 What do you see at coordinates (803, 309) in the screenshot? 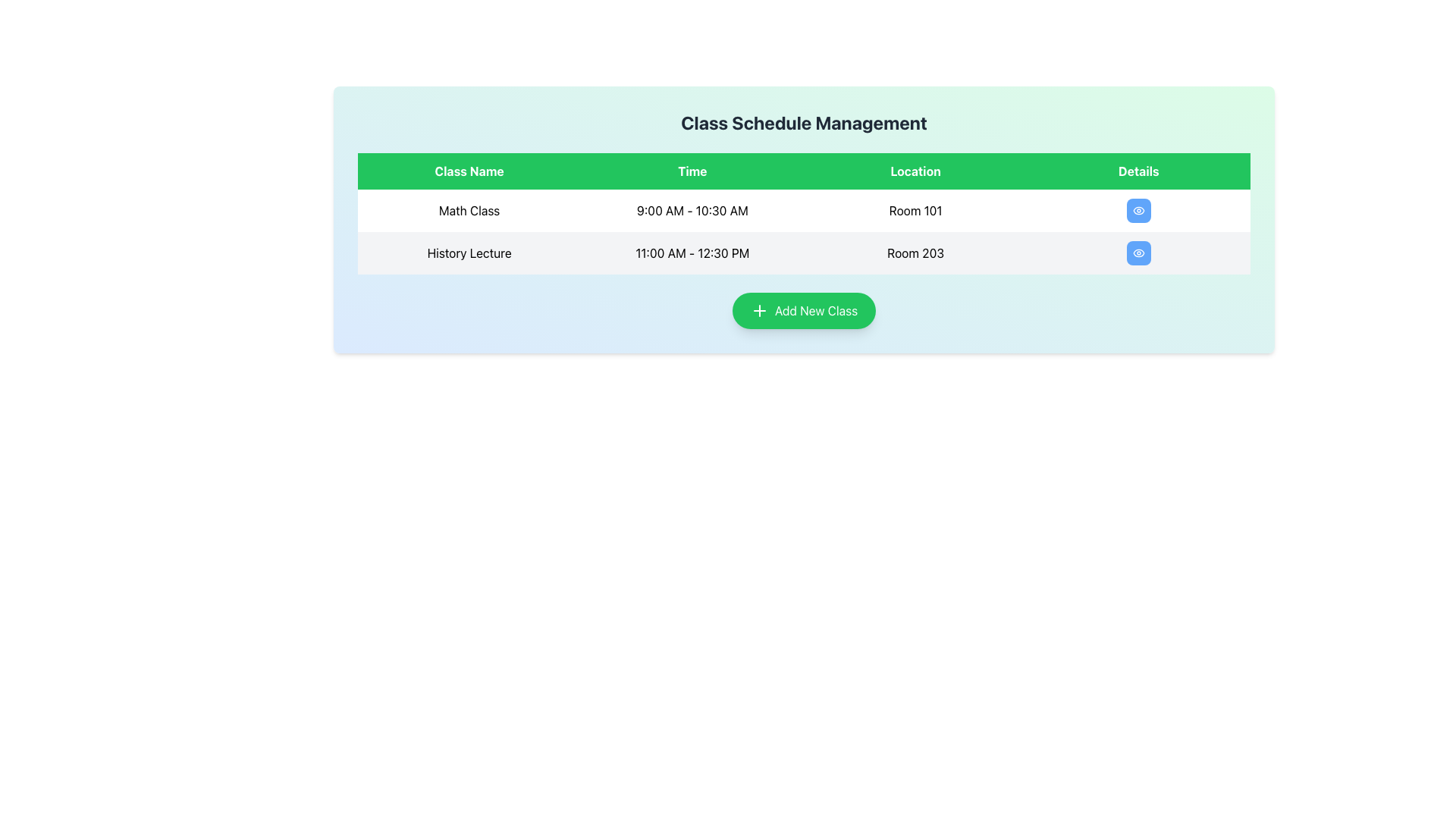
I see `the rounded green button labeled 'Add New Class' with a plus sign icon, located centrally at the bottom of the main content area` at bounding box center [803, 309].